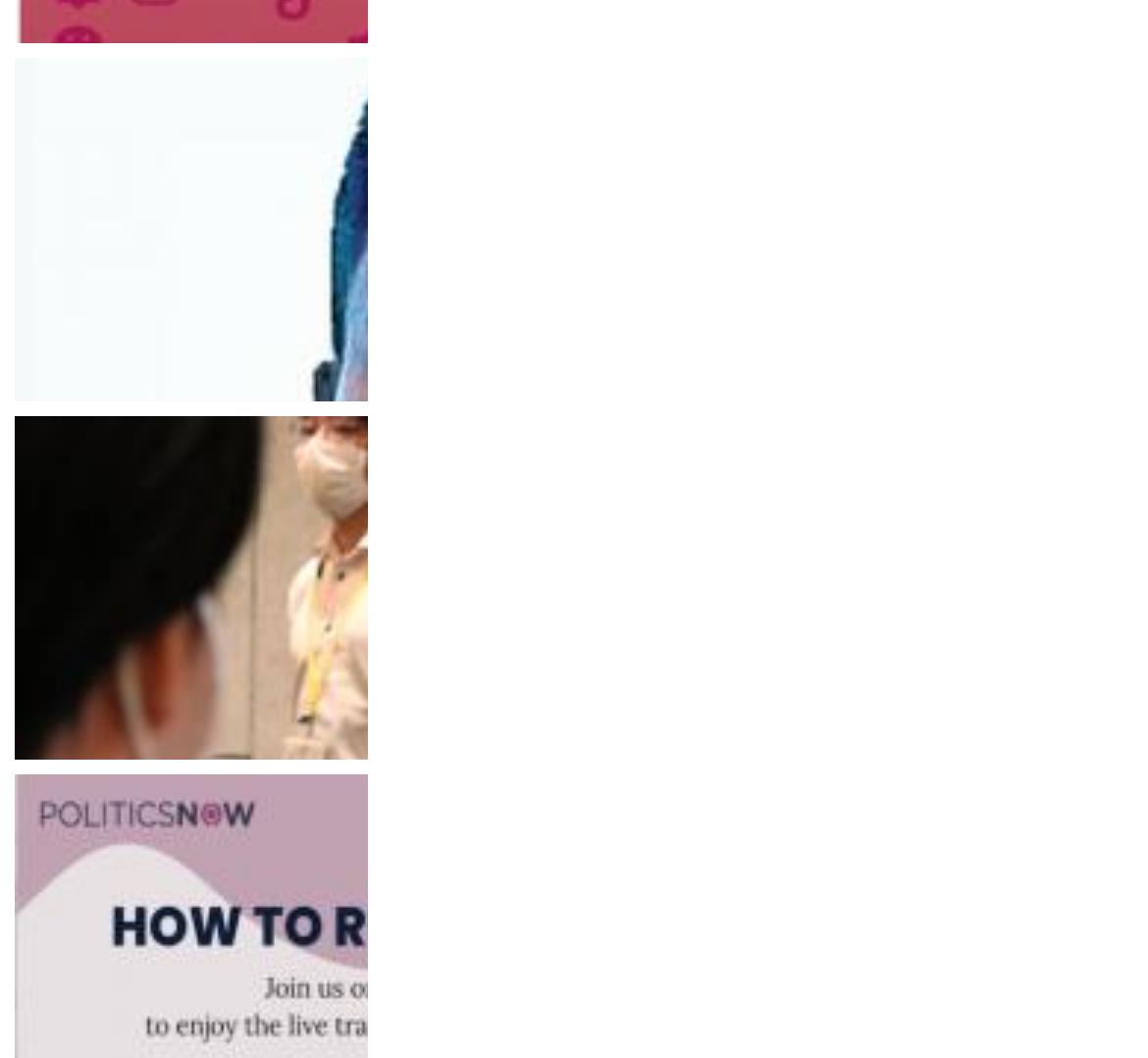 This screenshot has width=1148, height=1058. Describe the element at coordinates (33, 460) in the screenshot. I see `'Institute for Strategic Dialogue'` at that location.